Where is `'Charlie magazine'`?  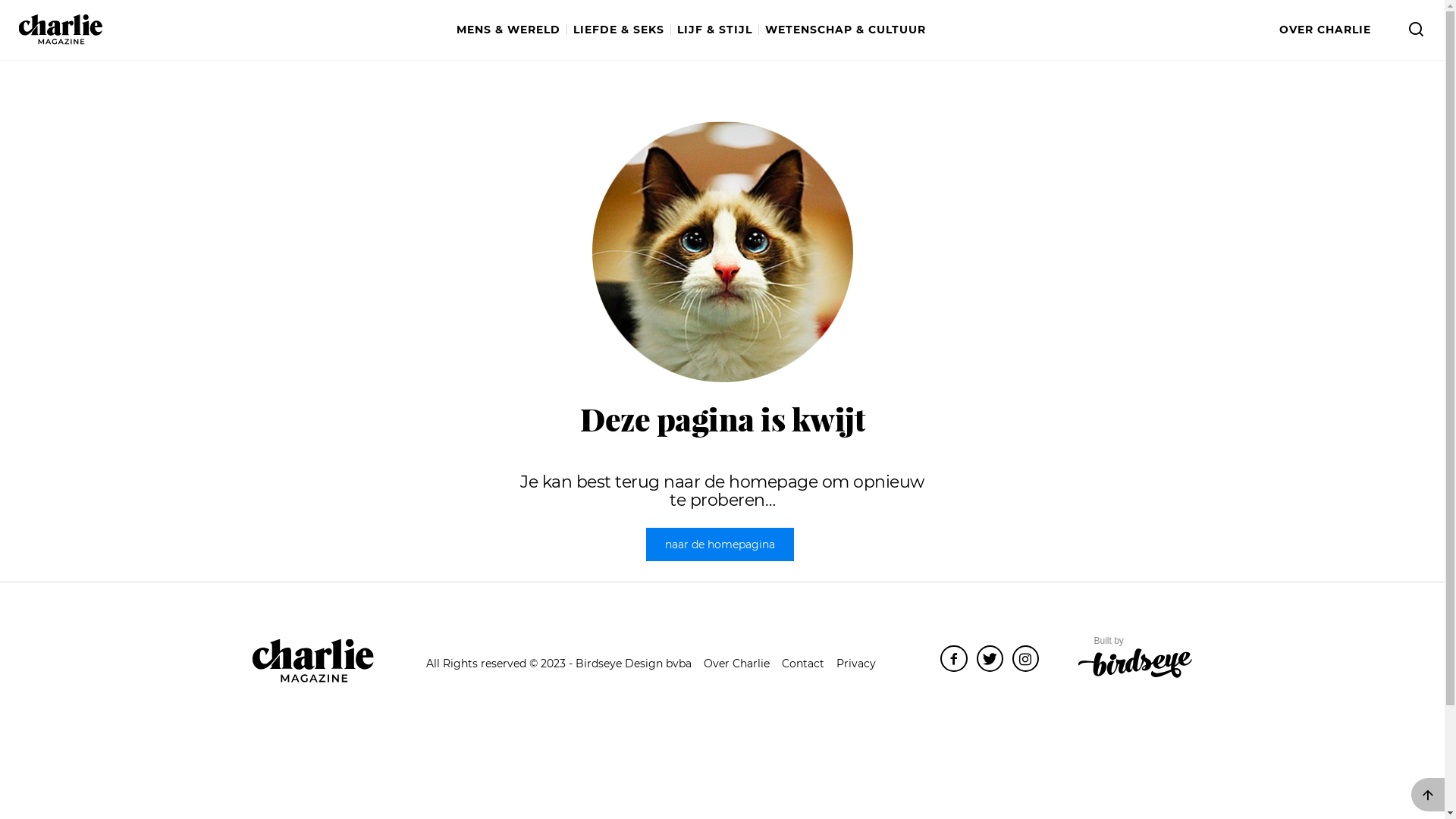 'Charlie magazine' is located at coordinates (312, 660).